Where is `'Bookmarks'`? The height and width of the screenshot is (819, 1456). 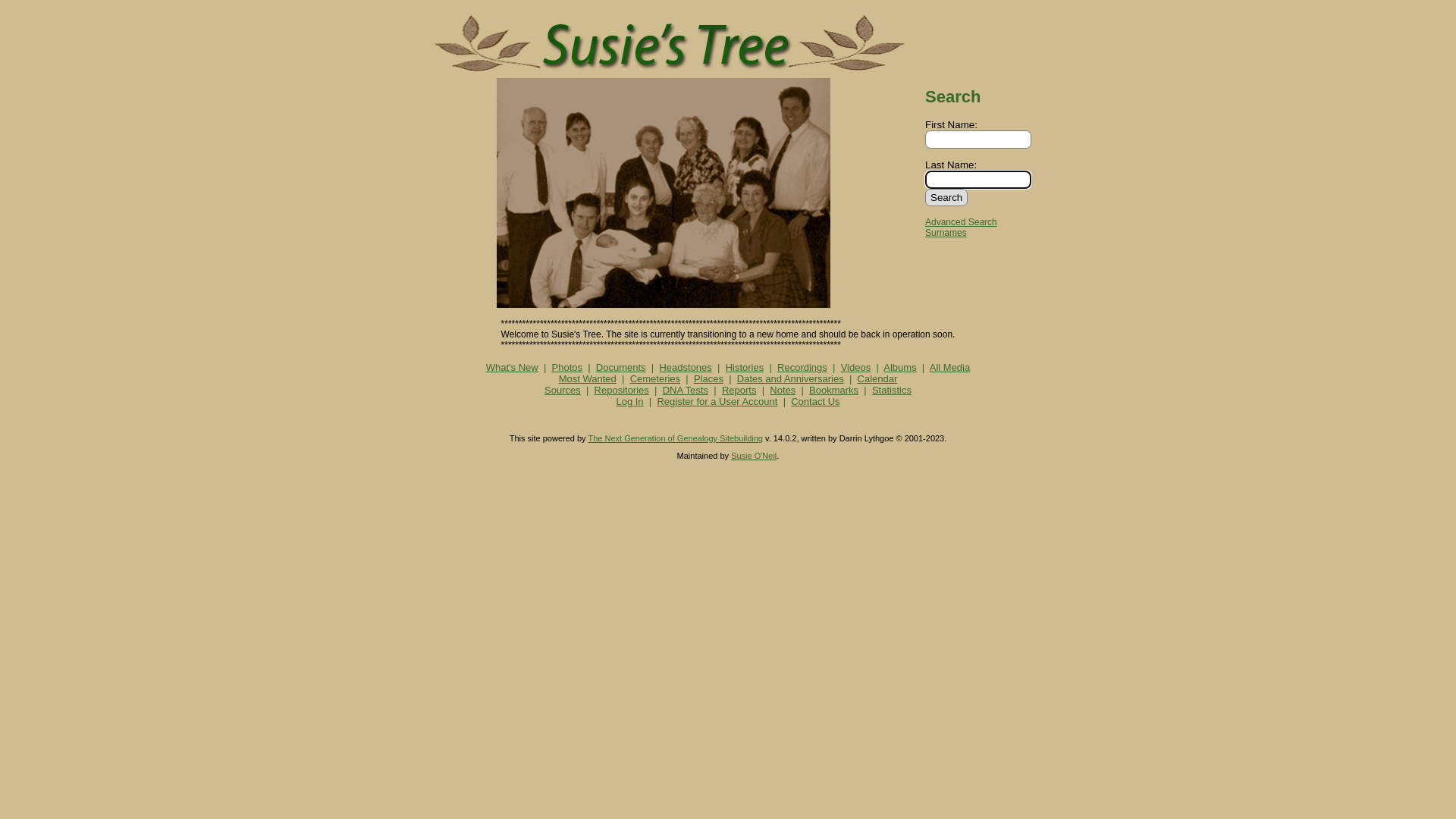
'Bookmarks' is located at coordinates (833, 389).